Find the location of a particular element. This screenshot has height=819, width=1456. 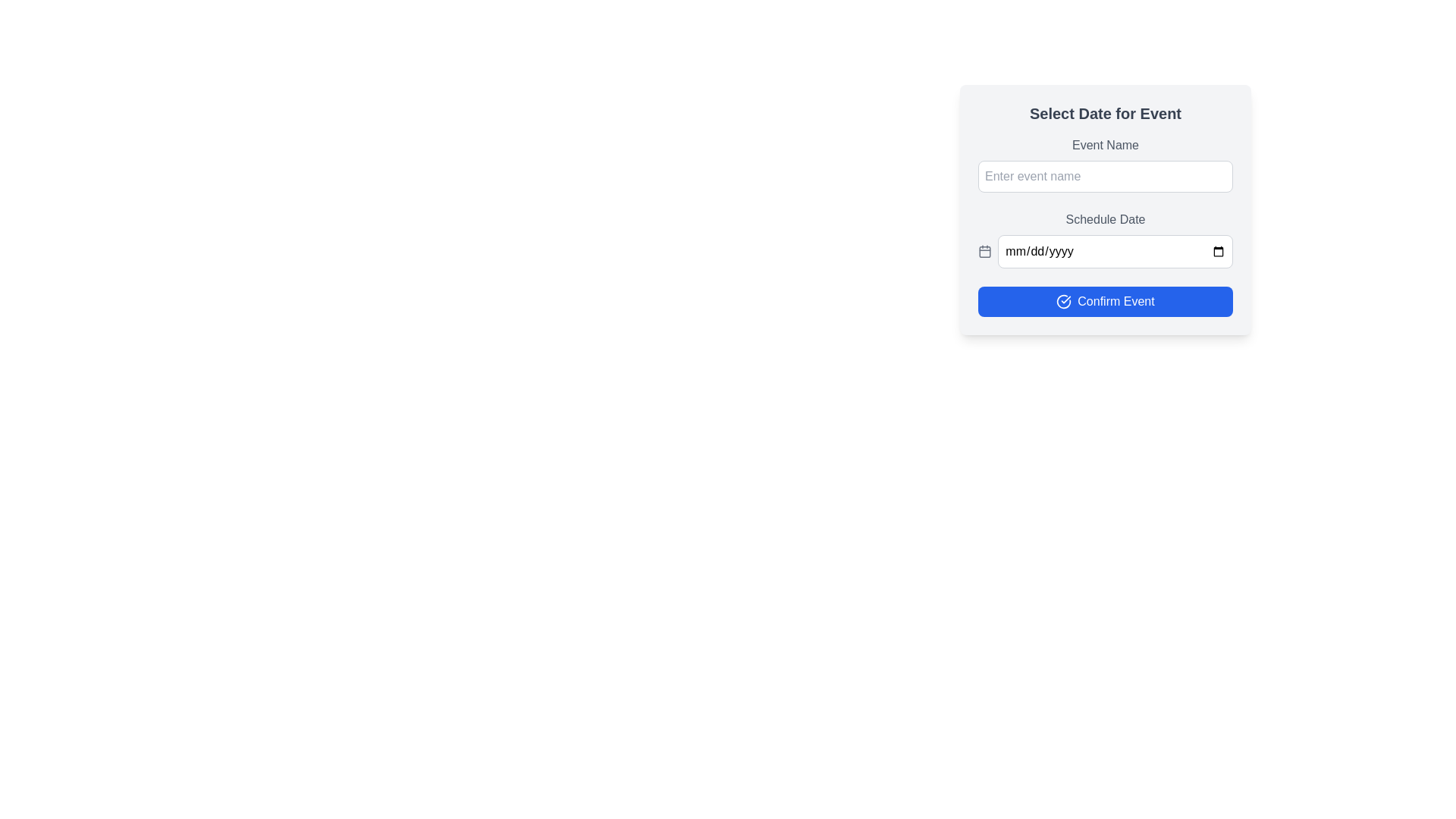

the heading text at the top of the form, which indicates the purpose of the form is located at coordinates (1106, 113).